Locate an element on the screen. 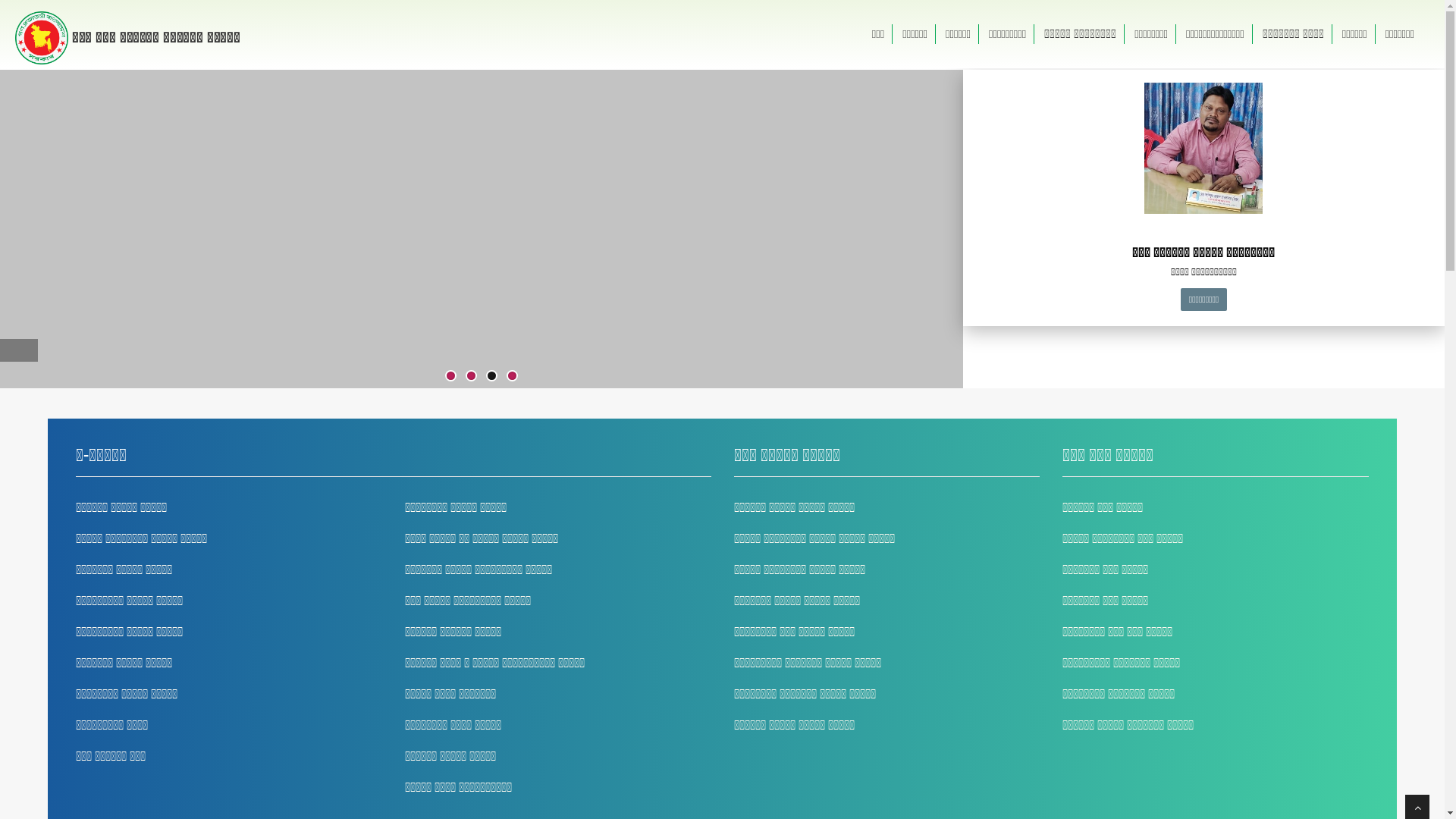 The image size is (1456, 819). '4' is located at coordinates (508, 375).